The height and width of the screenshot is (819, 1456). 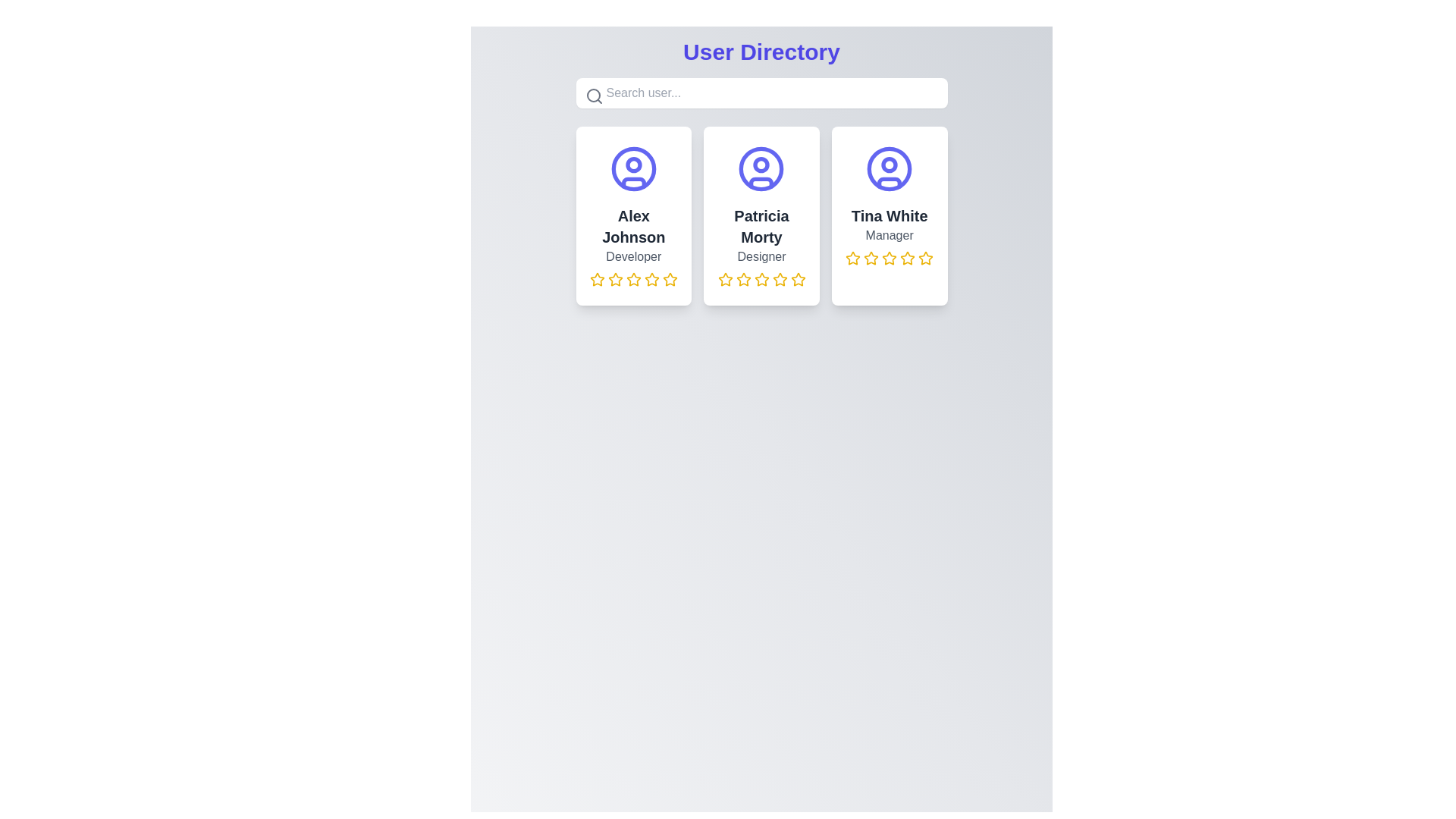 I want to click on the third star icon in the rating system associated with user 'Patricia Morty', so click(x=743, y=280).